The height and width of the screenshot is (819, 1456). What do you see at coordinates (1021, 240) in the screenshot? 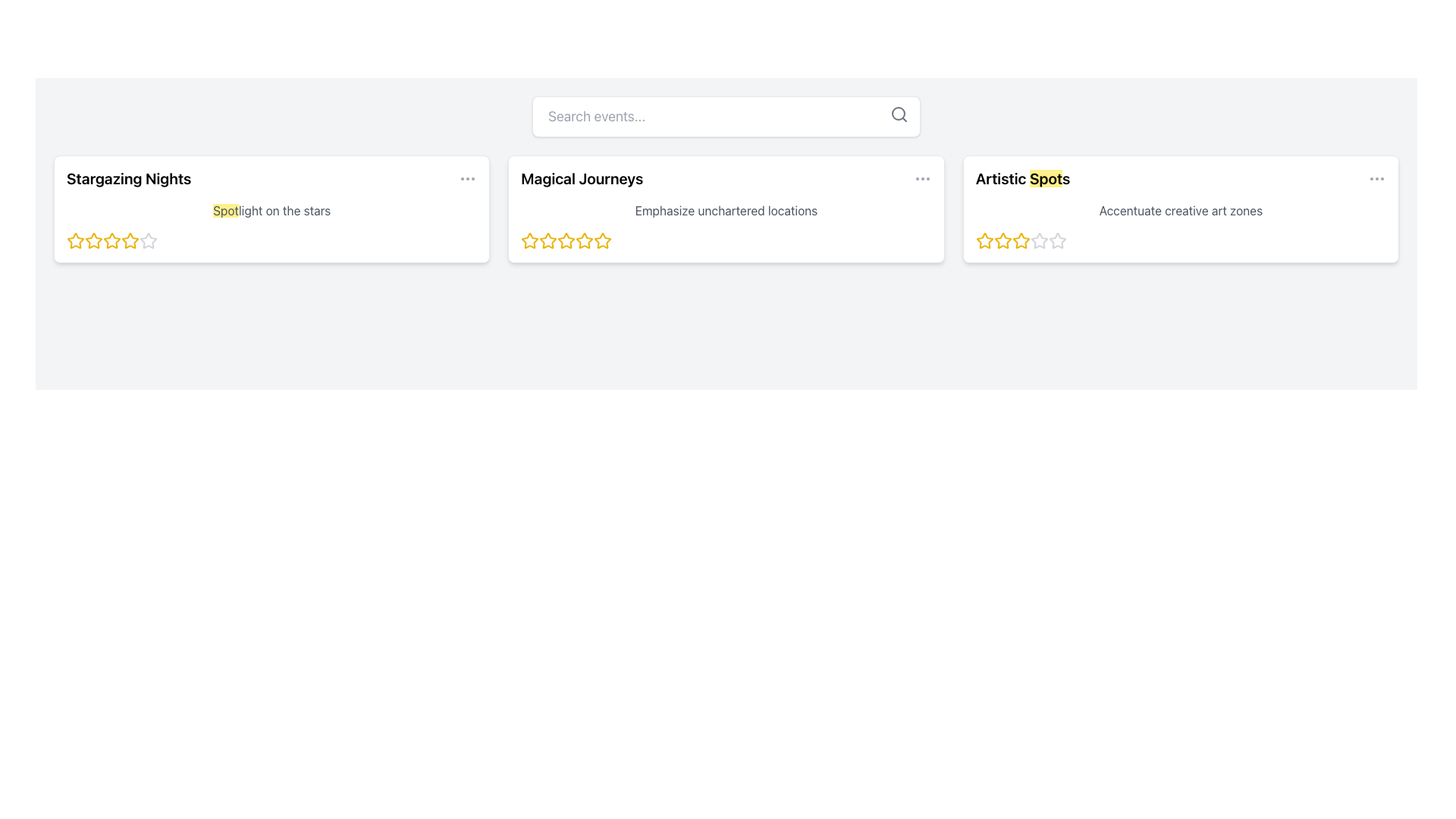
I see `the fourth star icon` at bounding box center [1021, 240].